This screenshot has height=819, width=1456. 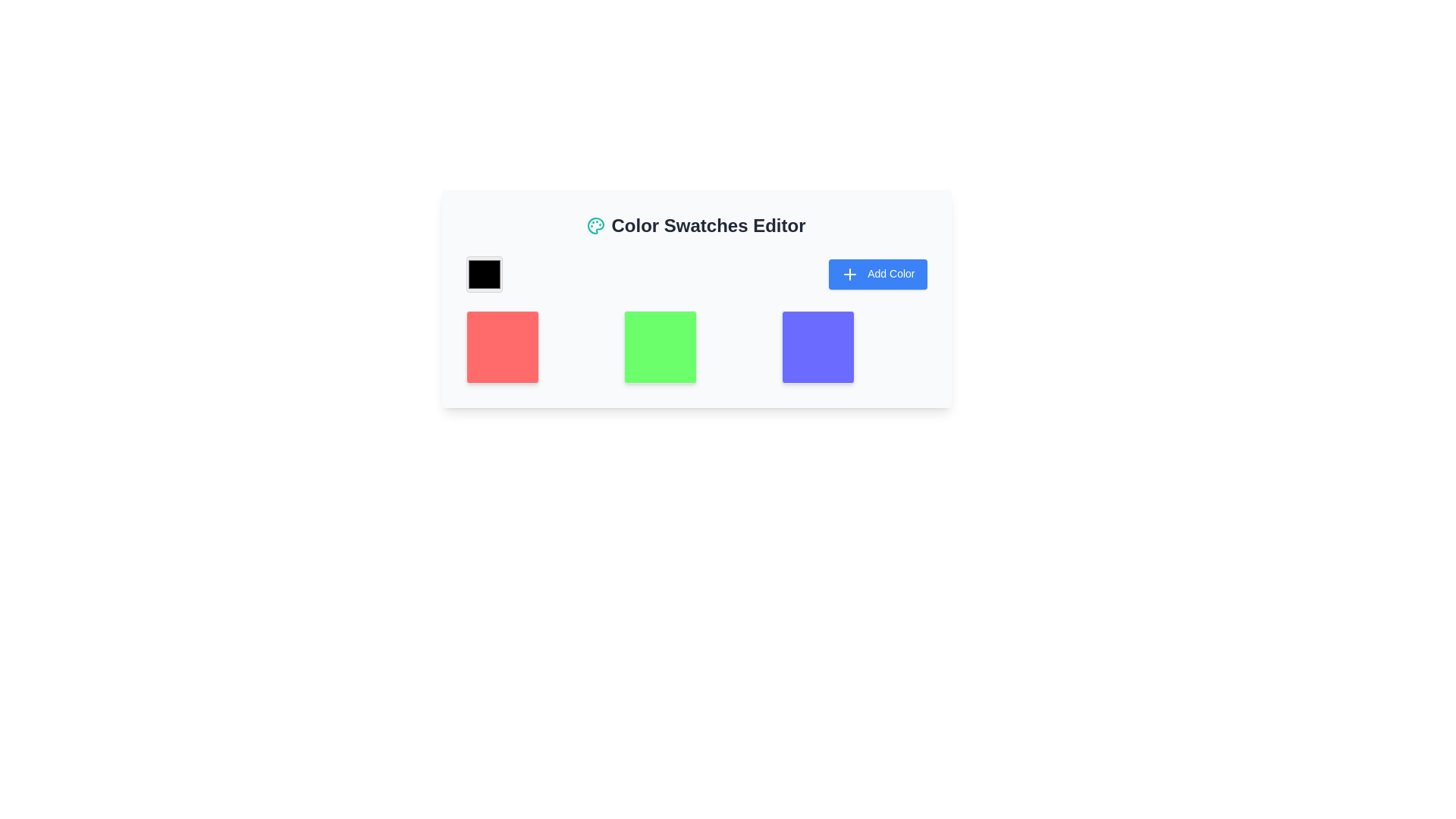 What do you see at coordinates (754, 325) in the screenshot?
I see `the delete button located at the top-right corner of the green square, which is used to remove or hide the green square from the interface` at bounding box center [754, 325].